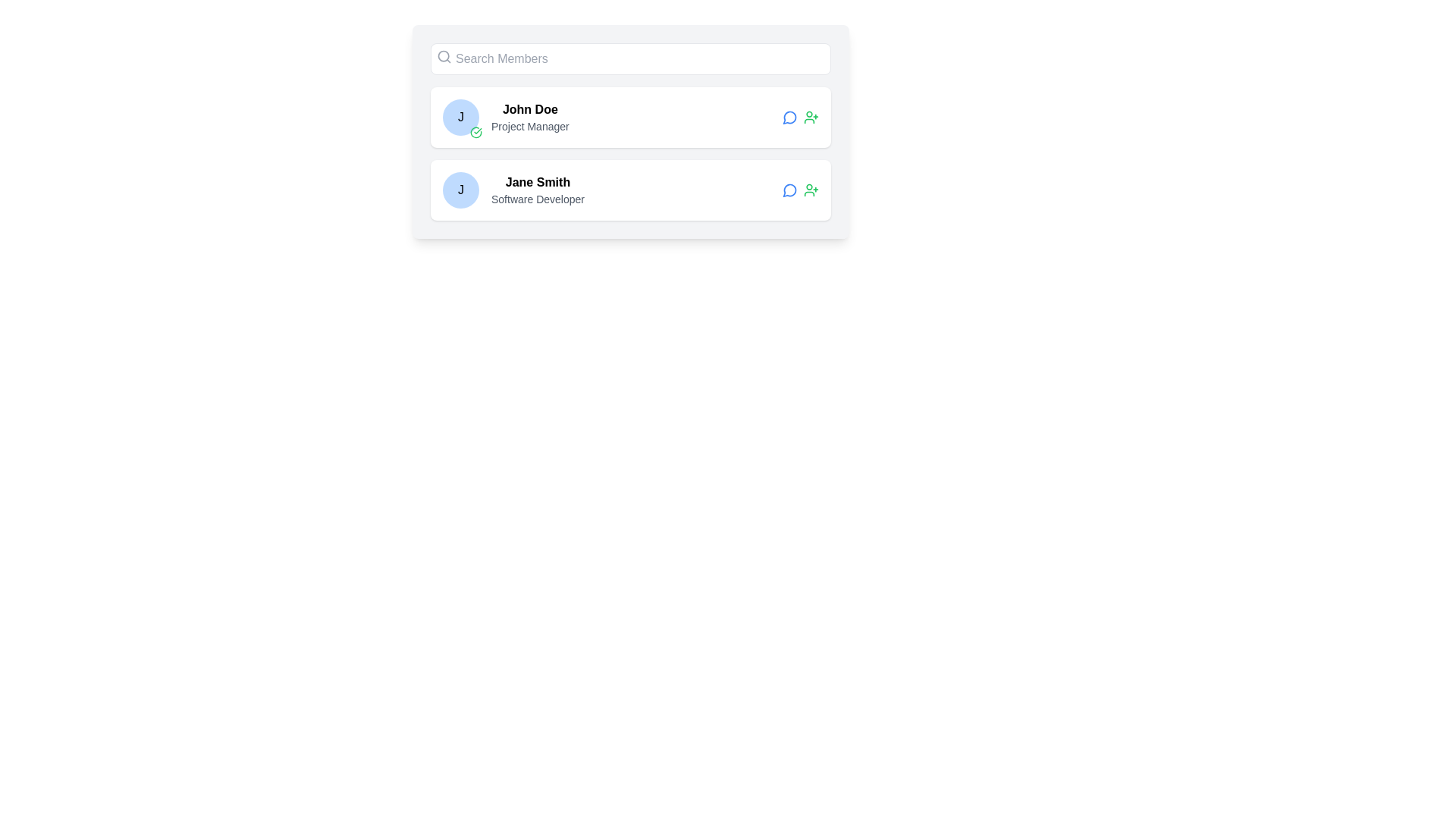 The height and width of the screenshot is (819, 1456). I want to click on text of the Profile information display, which provides the name and job title of the individual, located to the right of the circular avatar marked with 'J' and is the second entry in the user list, so click(538, 189).